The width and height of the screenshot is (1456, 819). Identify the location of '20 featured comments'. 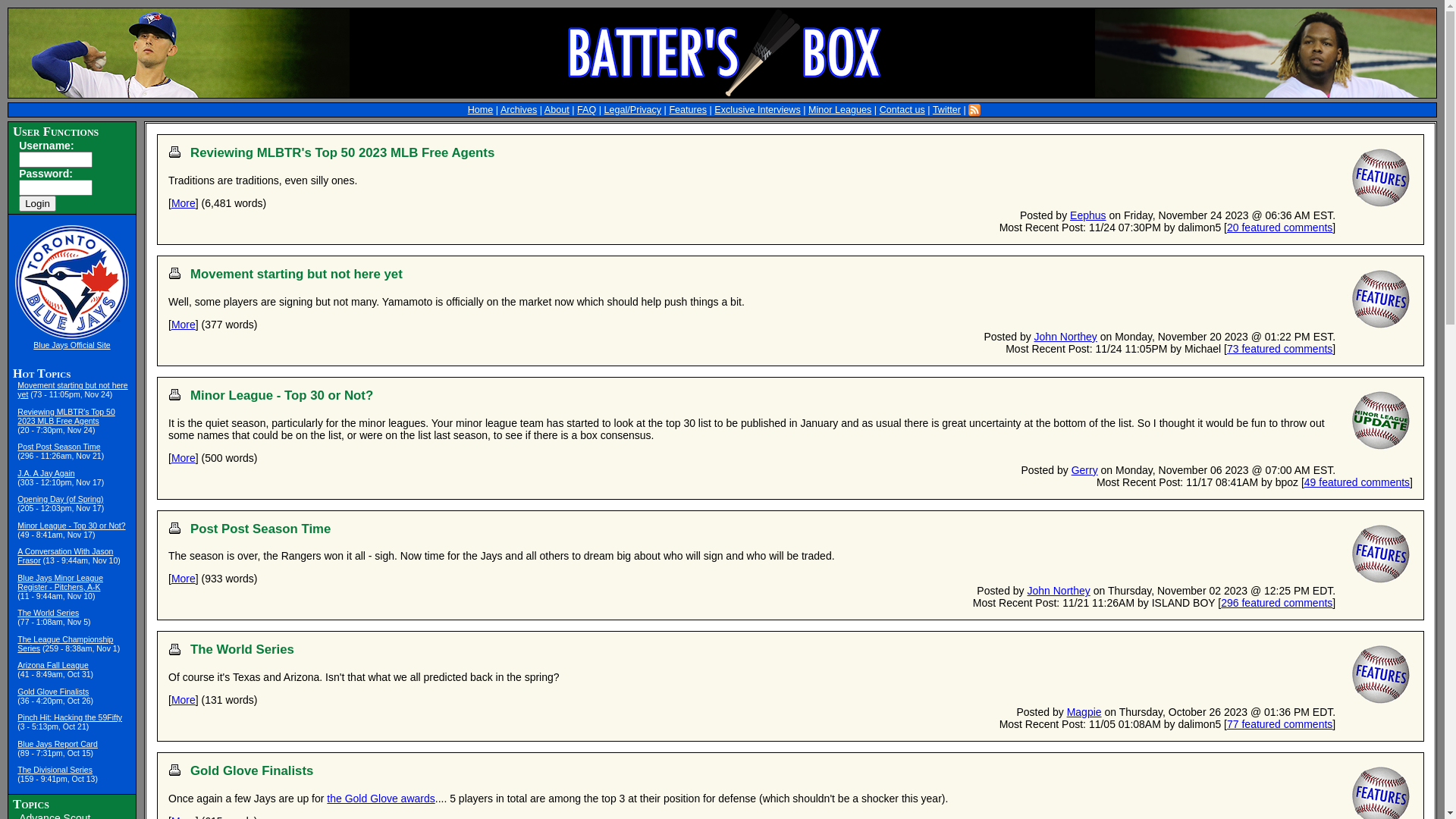
(1279, 227).